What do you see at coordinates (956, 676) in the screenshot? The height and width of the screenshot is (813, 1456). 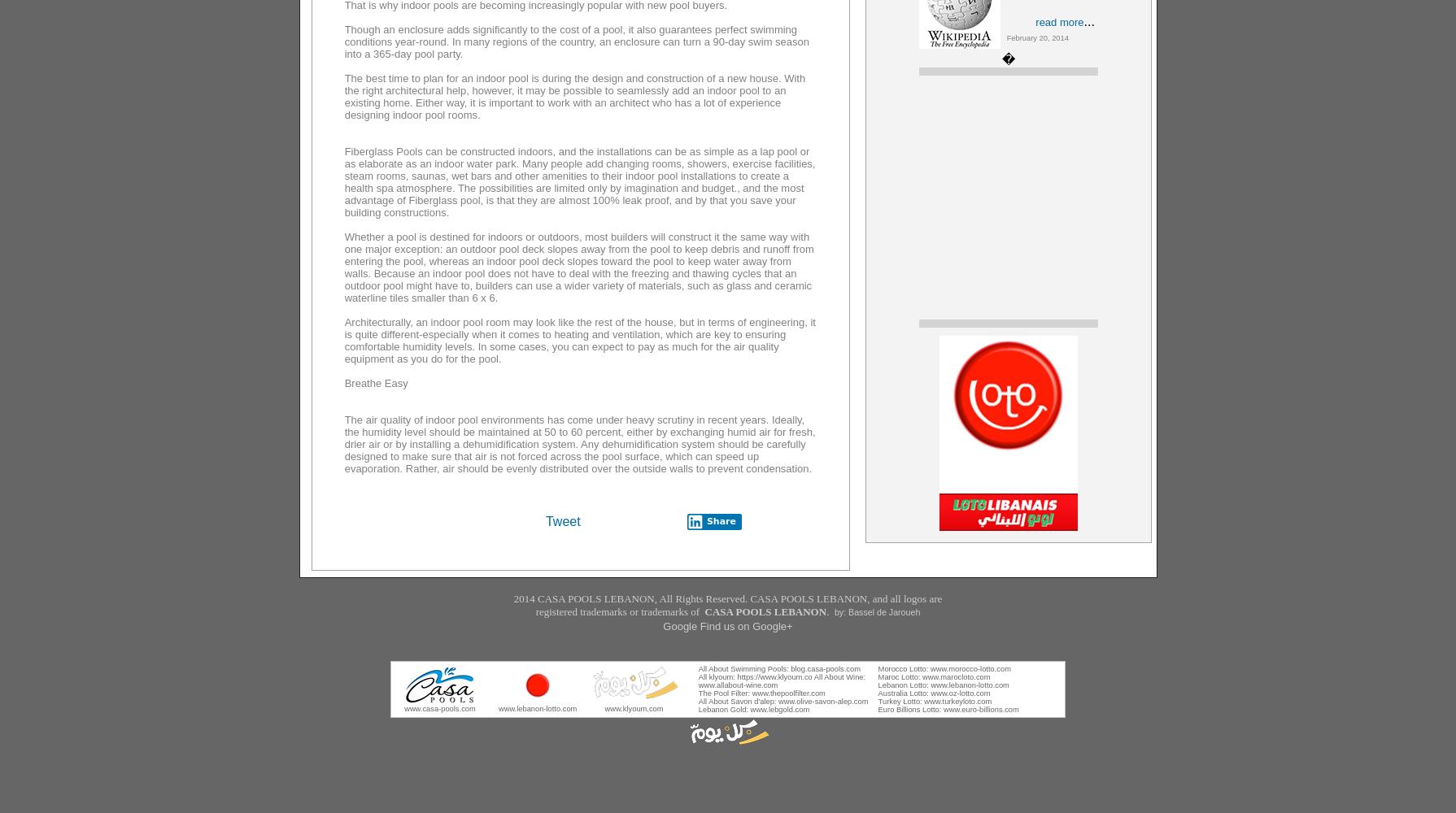 I see `'www.marocloto.com'` at bounding box center [956, 676].